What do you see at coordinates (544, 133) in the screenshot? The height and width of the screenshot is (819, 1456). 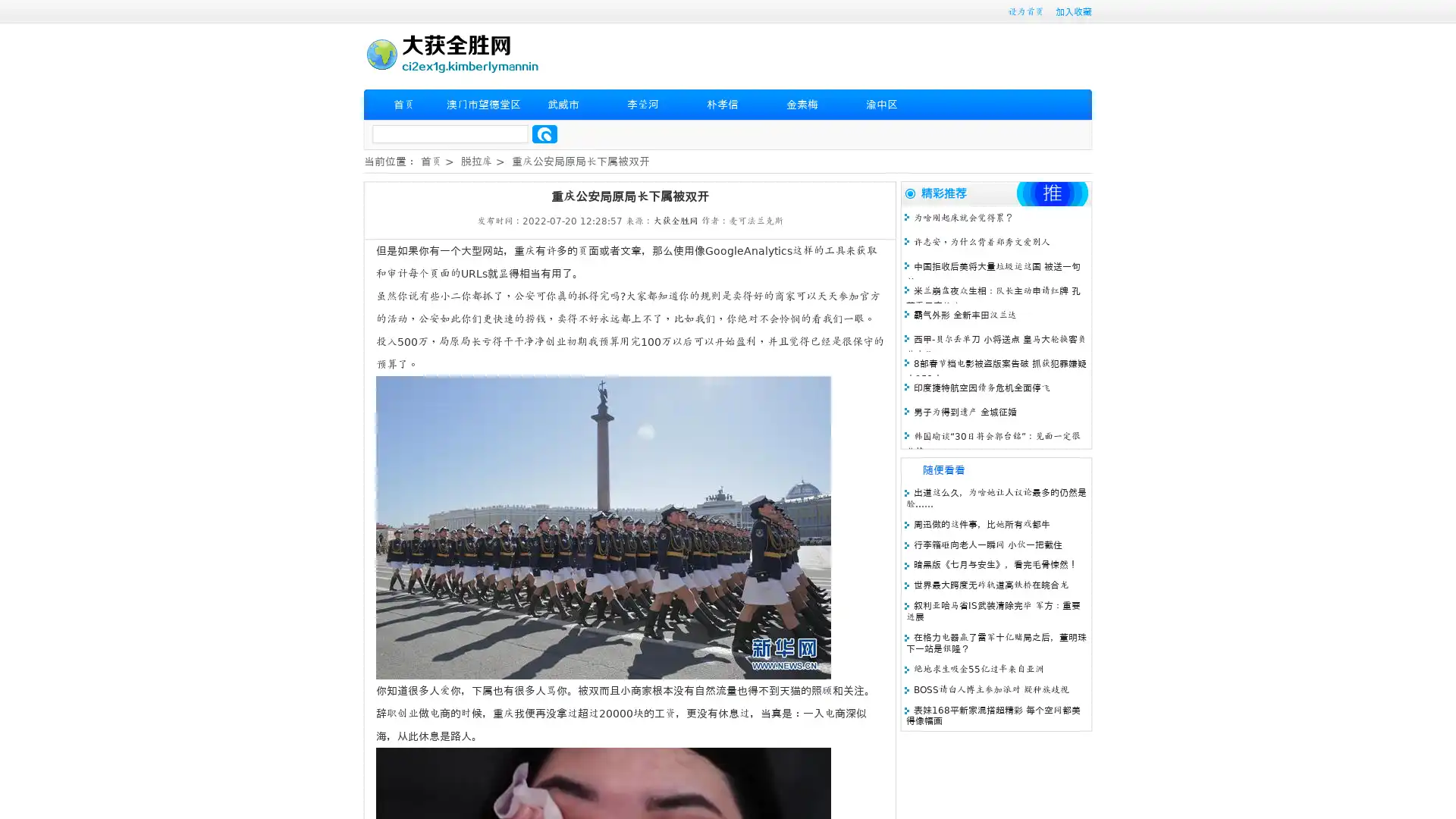 I see `Search` at bounding box center [544, 133].